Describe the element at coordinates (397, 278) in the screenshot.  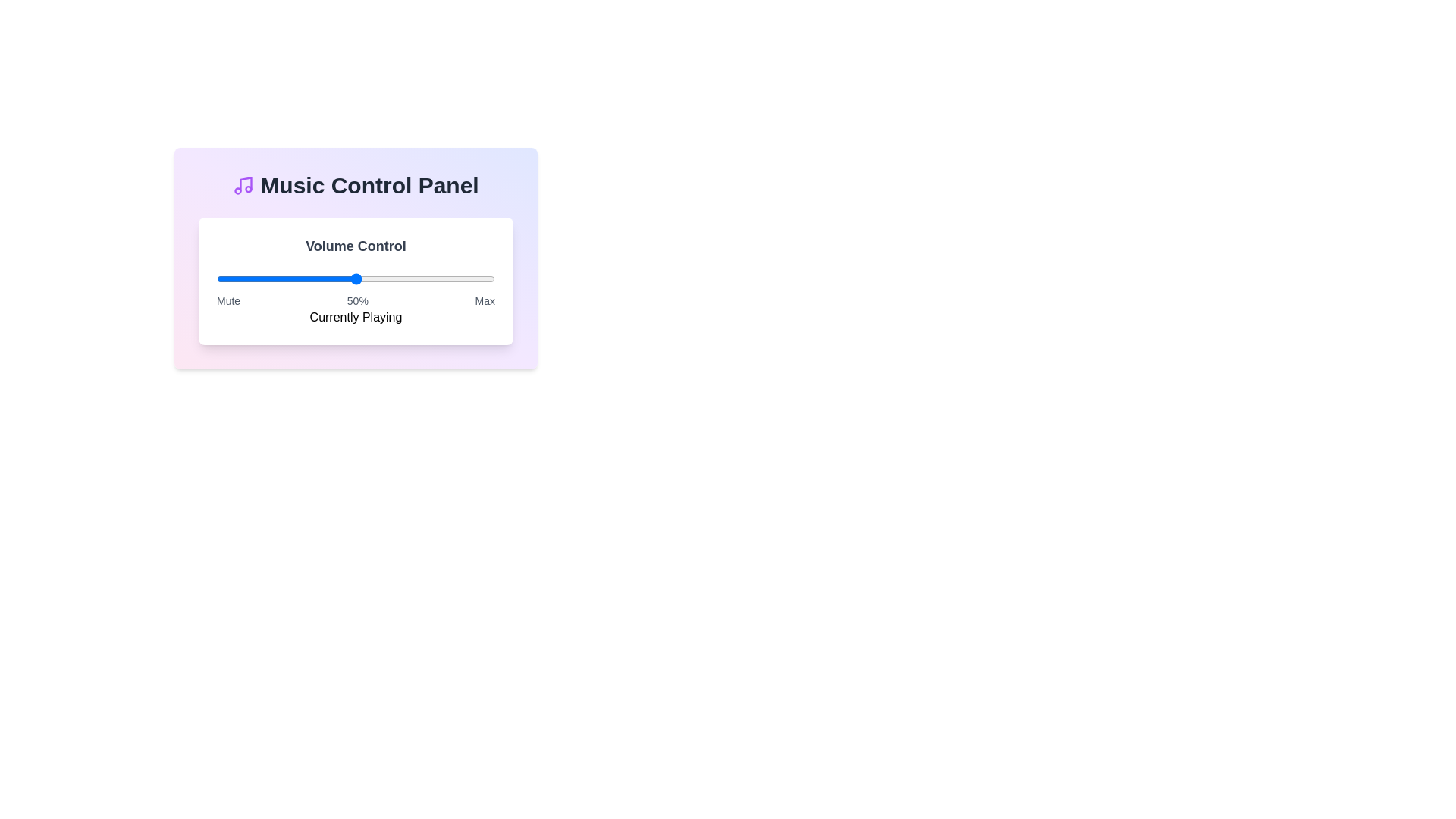
I see `the volume slider to 65% level` at that location.